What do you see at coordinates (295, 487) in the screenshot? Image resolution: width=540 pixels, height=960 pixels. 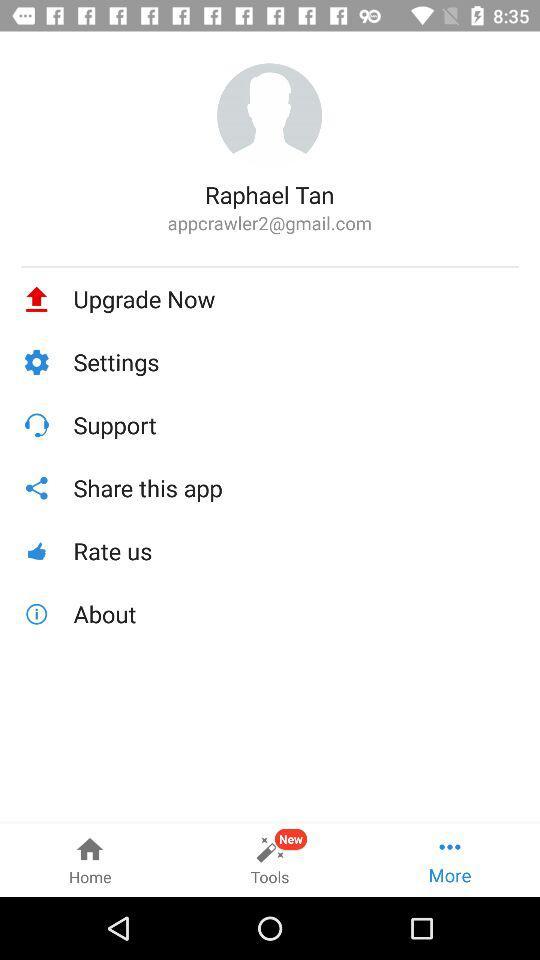 I see `the icon below support icon` at bounding box center [295, 487].